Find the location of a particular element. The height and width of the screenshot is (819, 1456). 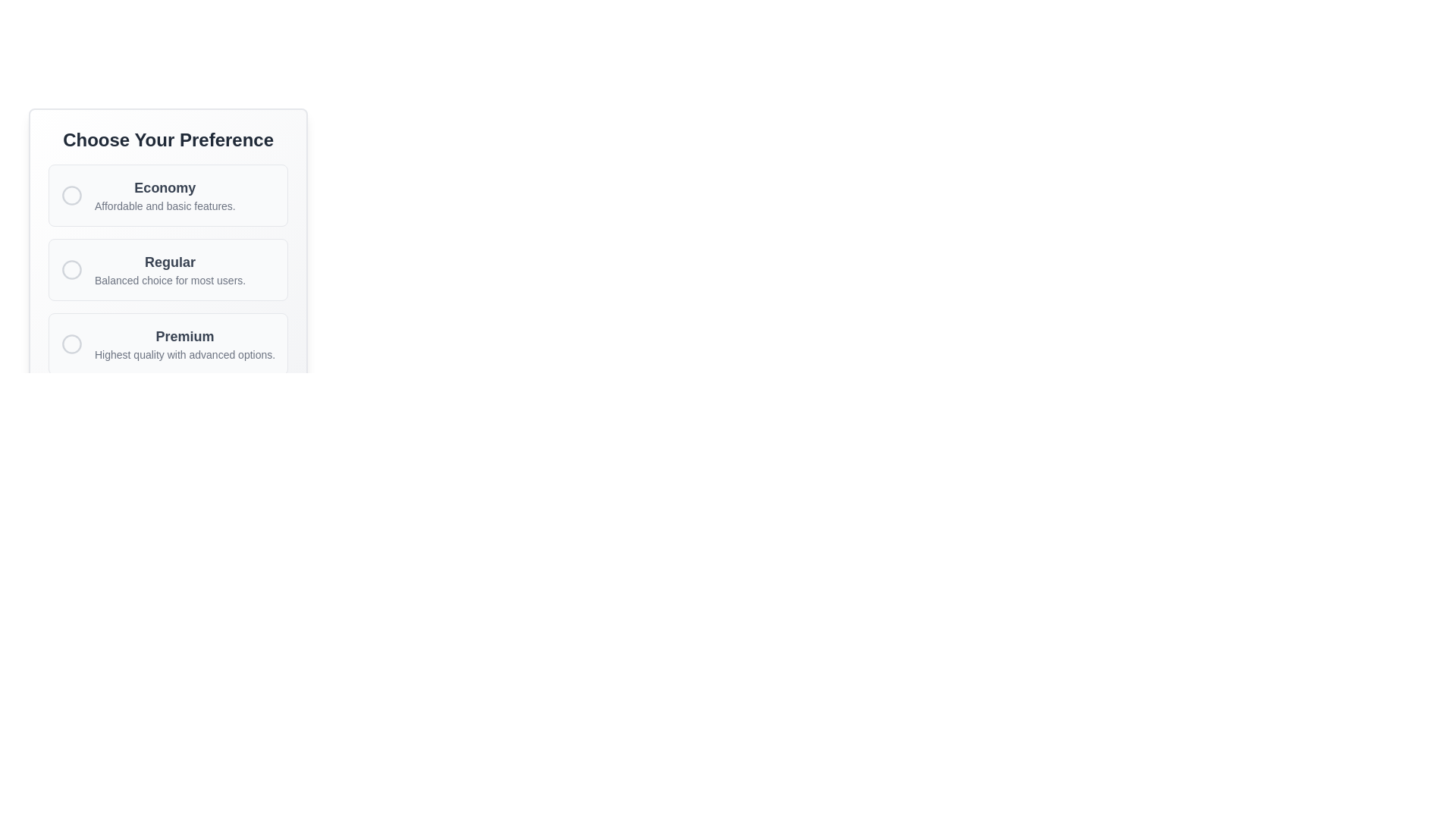

the radio button is located at coordinates (71, 268).